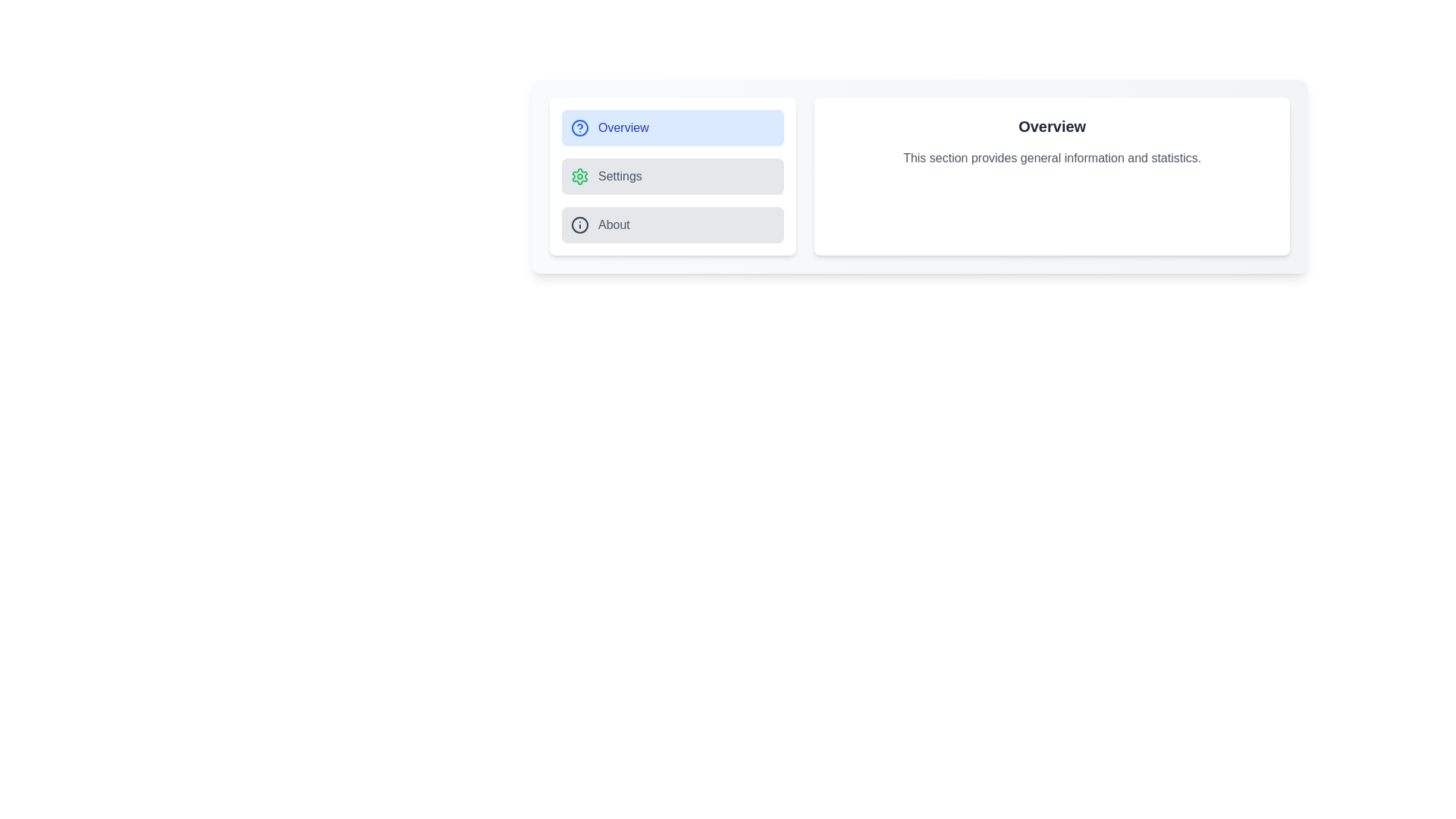 Image resolution: width=1456 pixels, height=819 pixels. What do you see at coordinates (672, 127) in the screenshot?
I see `the Overview tab to display its content in the main section` at bounding box center [672, 127].